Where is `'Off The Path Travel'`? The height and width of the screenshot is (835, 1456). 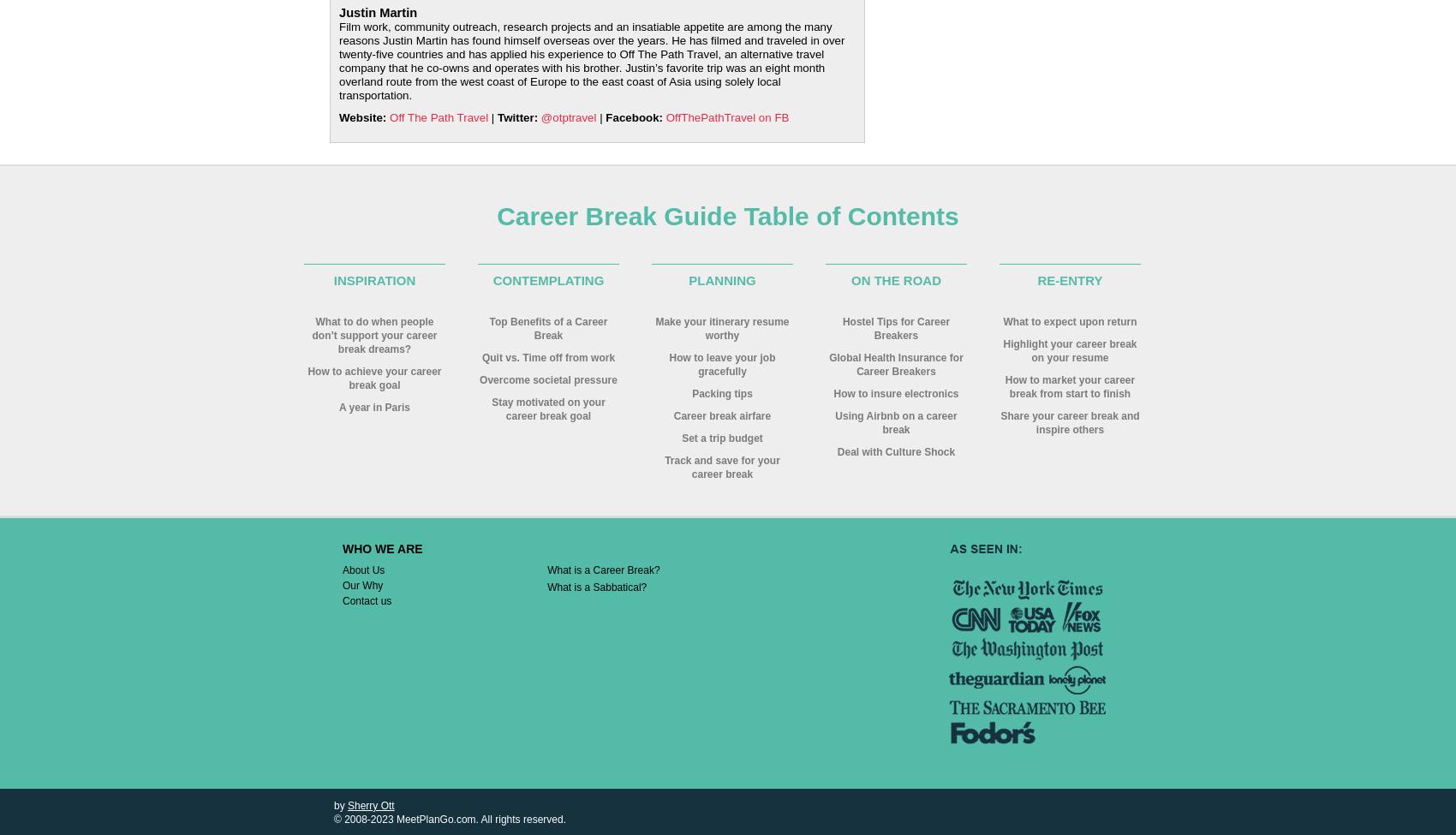
'Off The Path Travel' is located at coordinates (439, 116).